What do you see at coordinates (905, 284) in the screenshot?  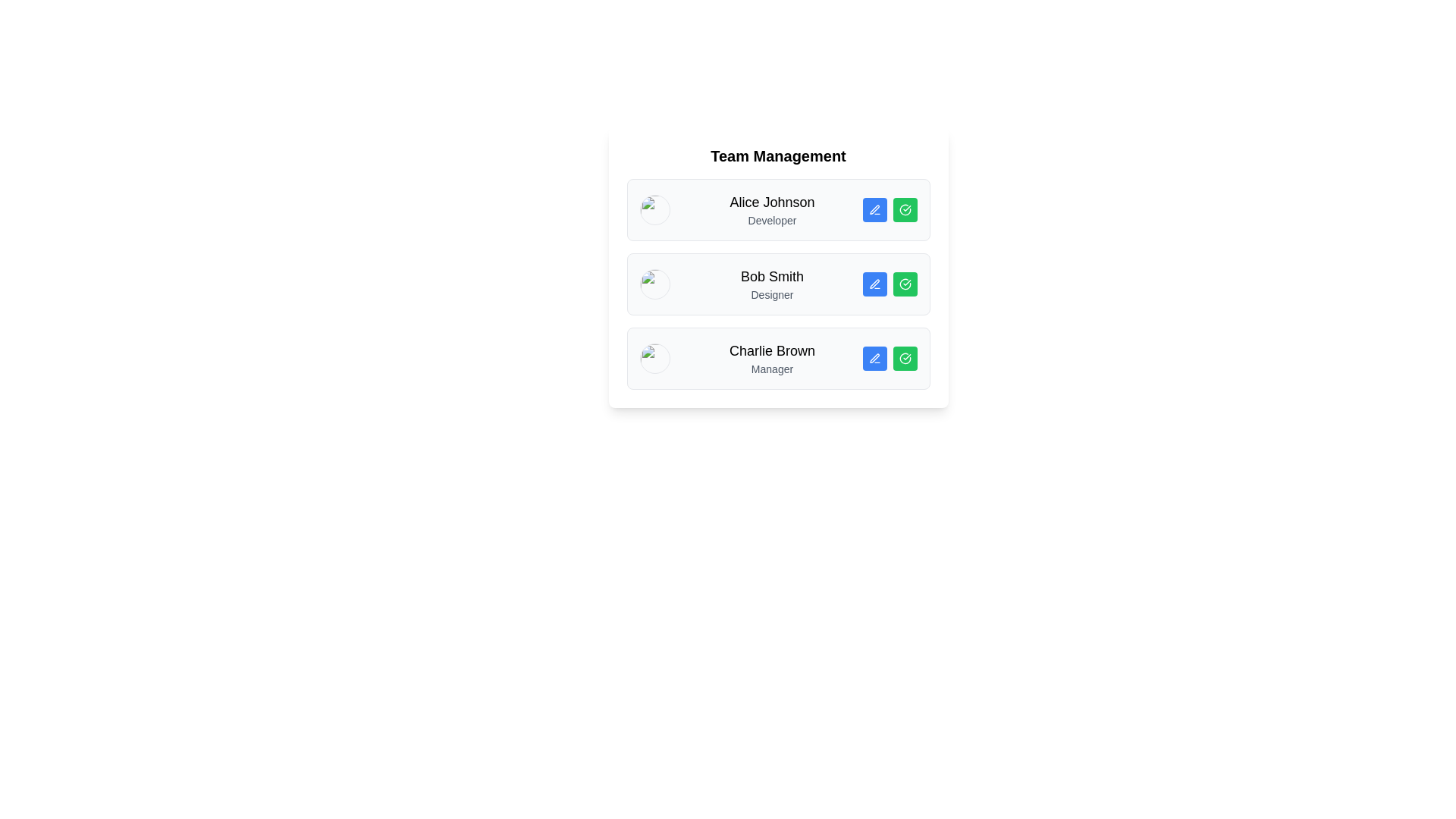 I see `the confirmation icon associated with team member Bob Smith, located in the rightmost section of the second item in a vertical list of three team members` at bounding box center [905, 284].